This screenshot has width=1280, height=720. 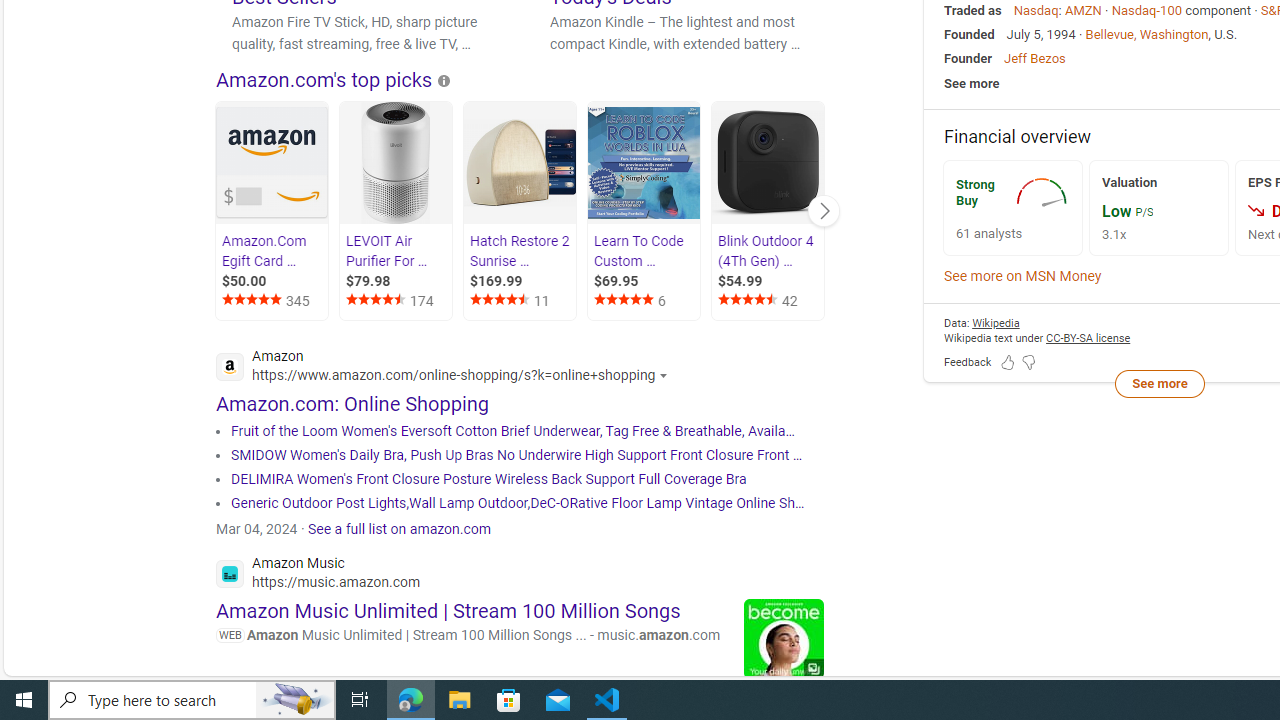 What do you see at coordinates (1034, 57) in the screenshot?
I see `'Jeff Bezos'` at bounding box center [1034, 57].